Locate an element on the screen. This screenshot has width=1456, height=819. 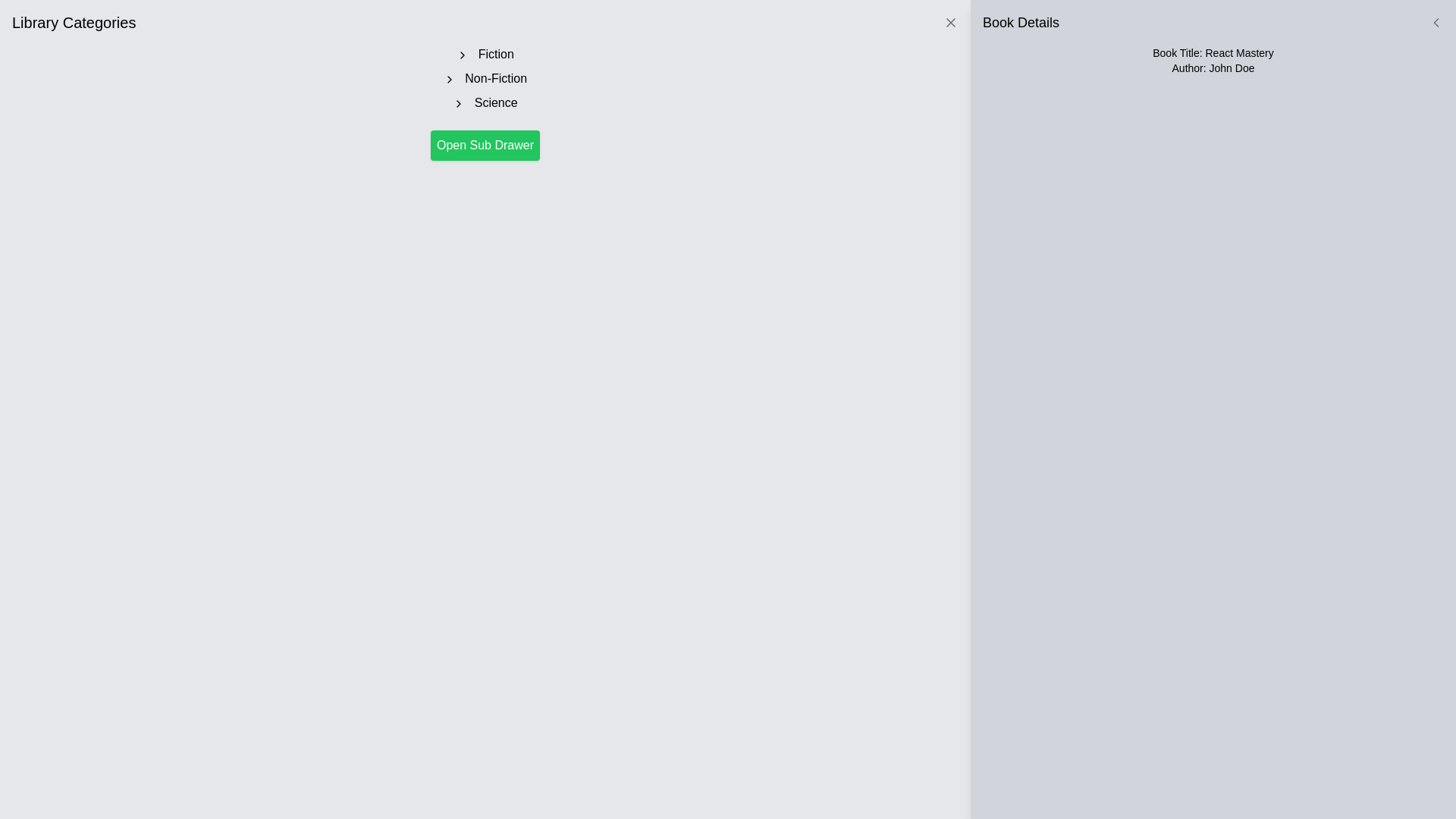
the chevron right navigation indicator located to the left of the 'Non-Fiction' text is located at coordinates (448, 79).